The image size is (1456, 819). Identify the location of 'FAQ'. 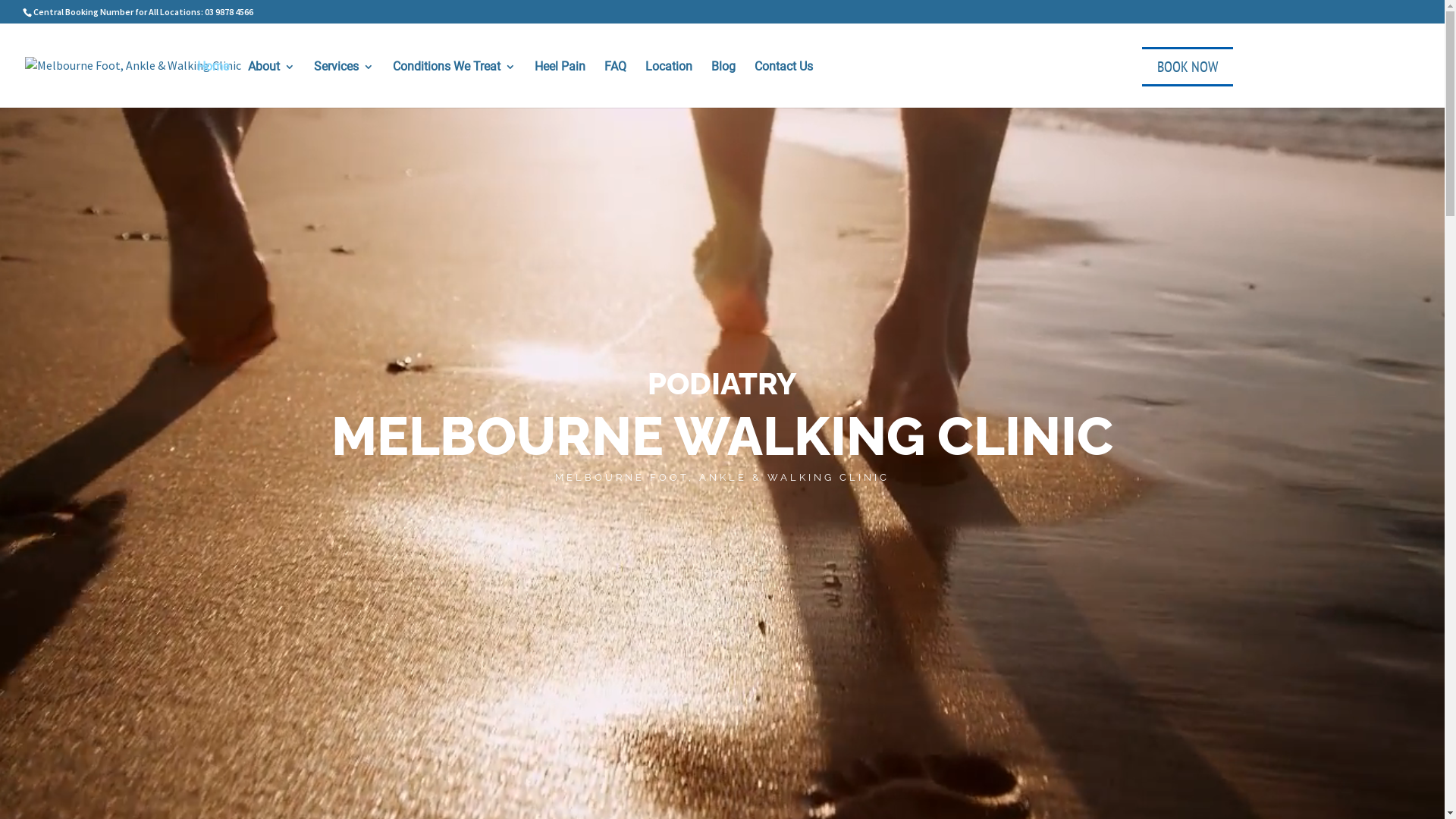
(603, 82).